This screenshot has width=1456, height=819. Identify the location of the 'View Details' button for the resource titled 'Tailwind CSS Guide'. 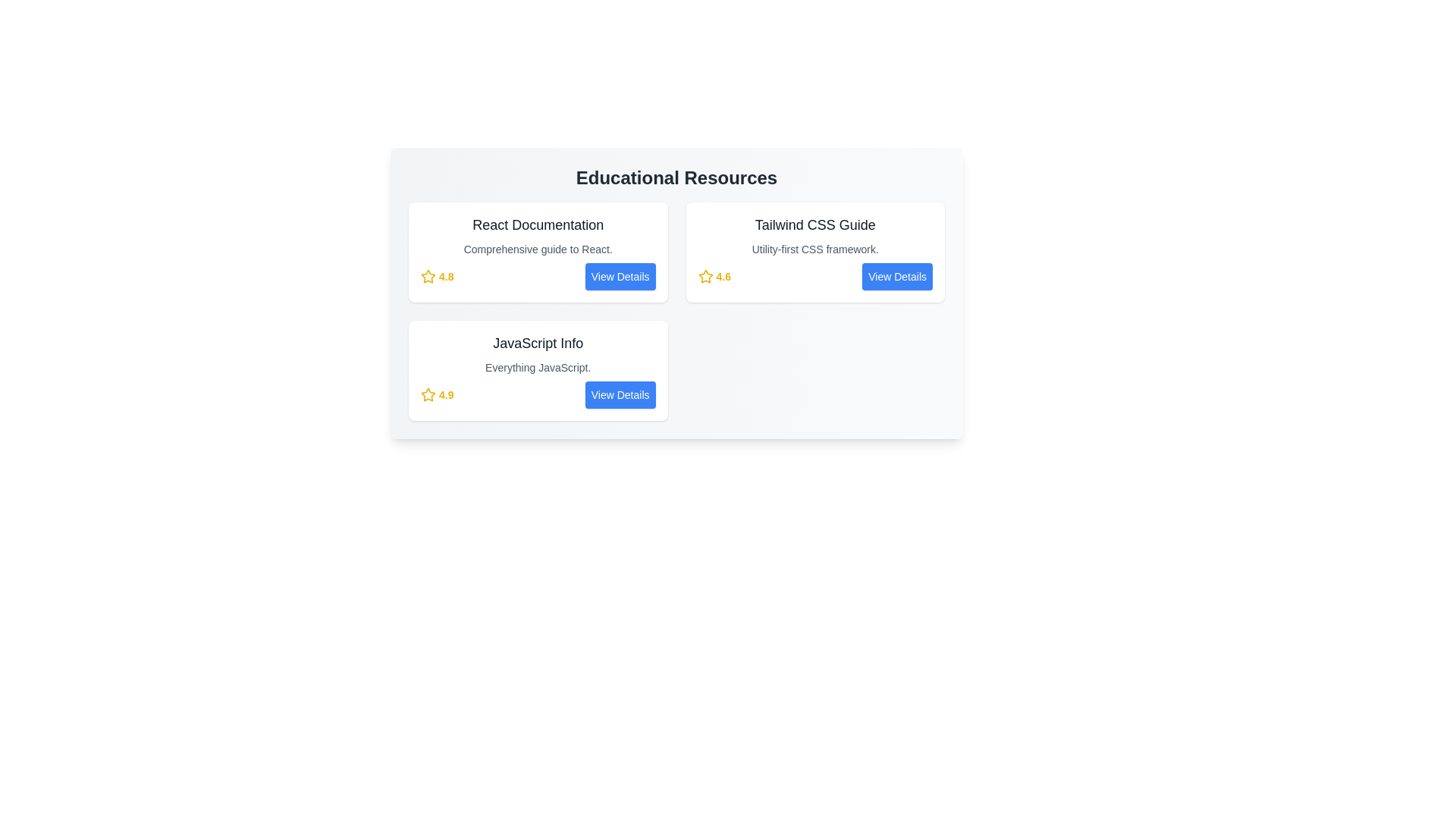
(898, 277).